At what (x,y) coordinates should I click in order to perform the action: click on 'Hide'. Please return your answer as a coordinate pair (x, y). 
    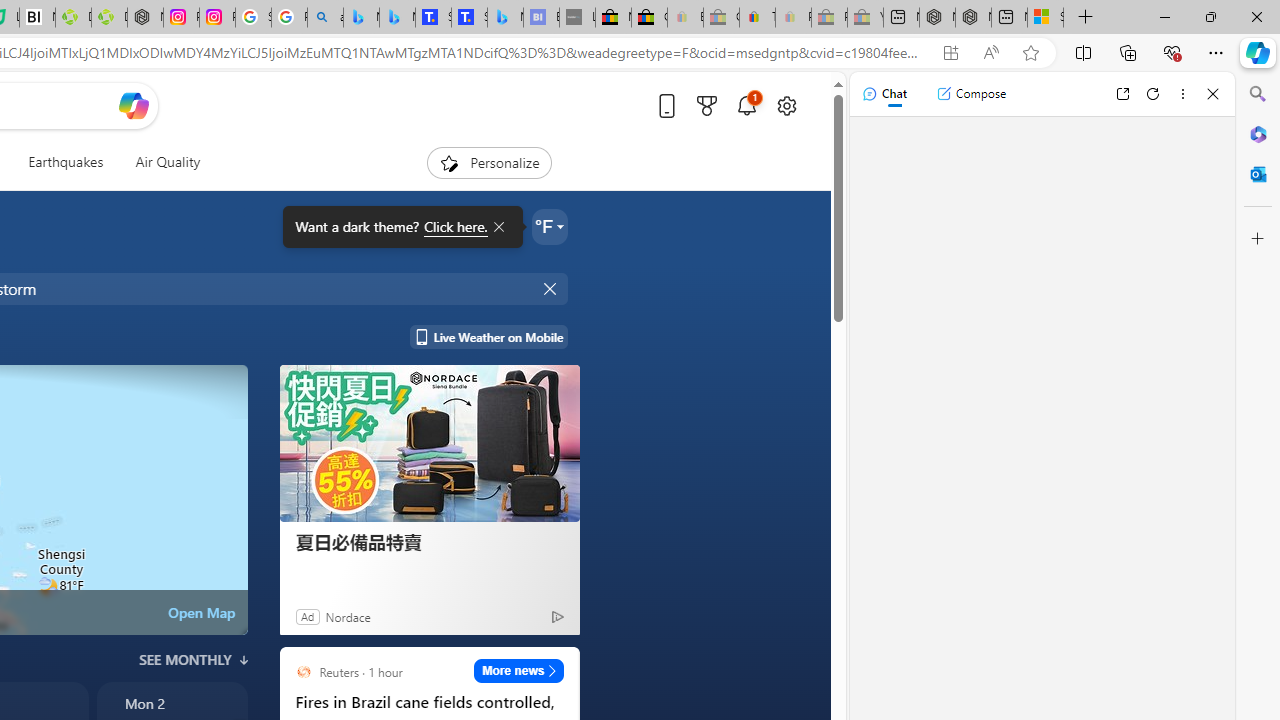
    Looking at the image, I should click on (551, 289).